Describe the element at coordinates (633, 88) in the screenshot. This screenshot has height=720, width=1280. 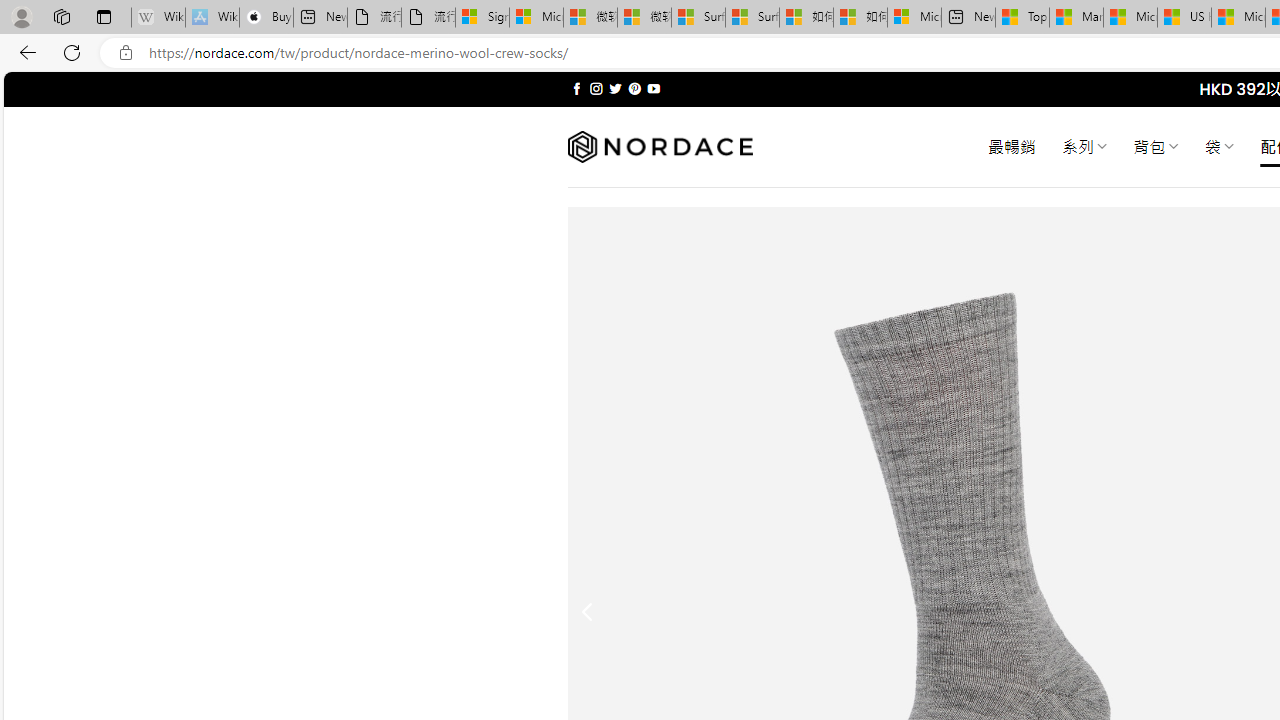
I see `'Follow on Pinterest'` at that location.